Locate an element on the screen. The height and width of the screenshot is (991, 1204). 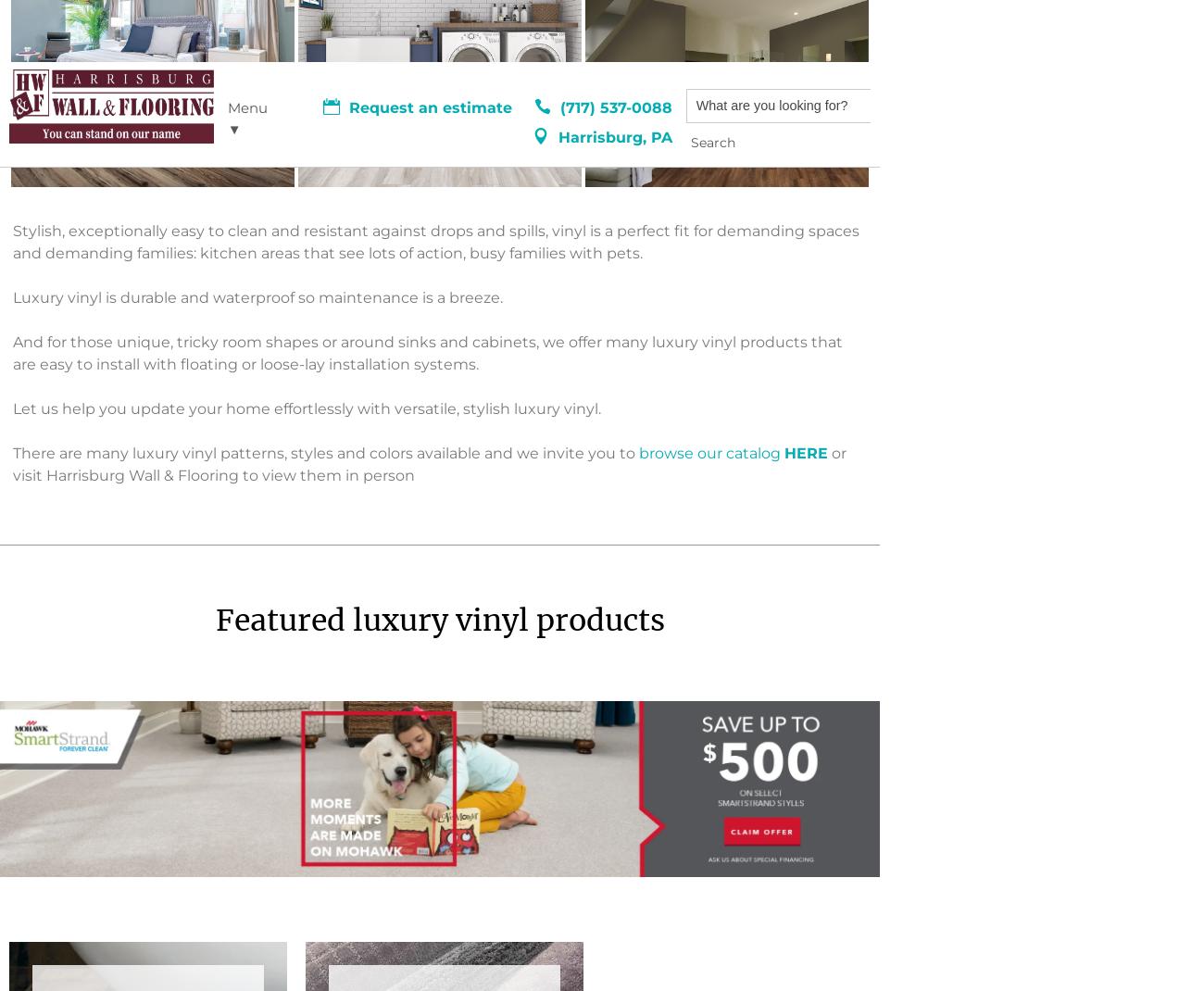
'Services' is located at coordinates (37, 746).